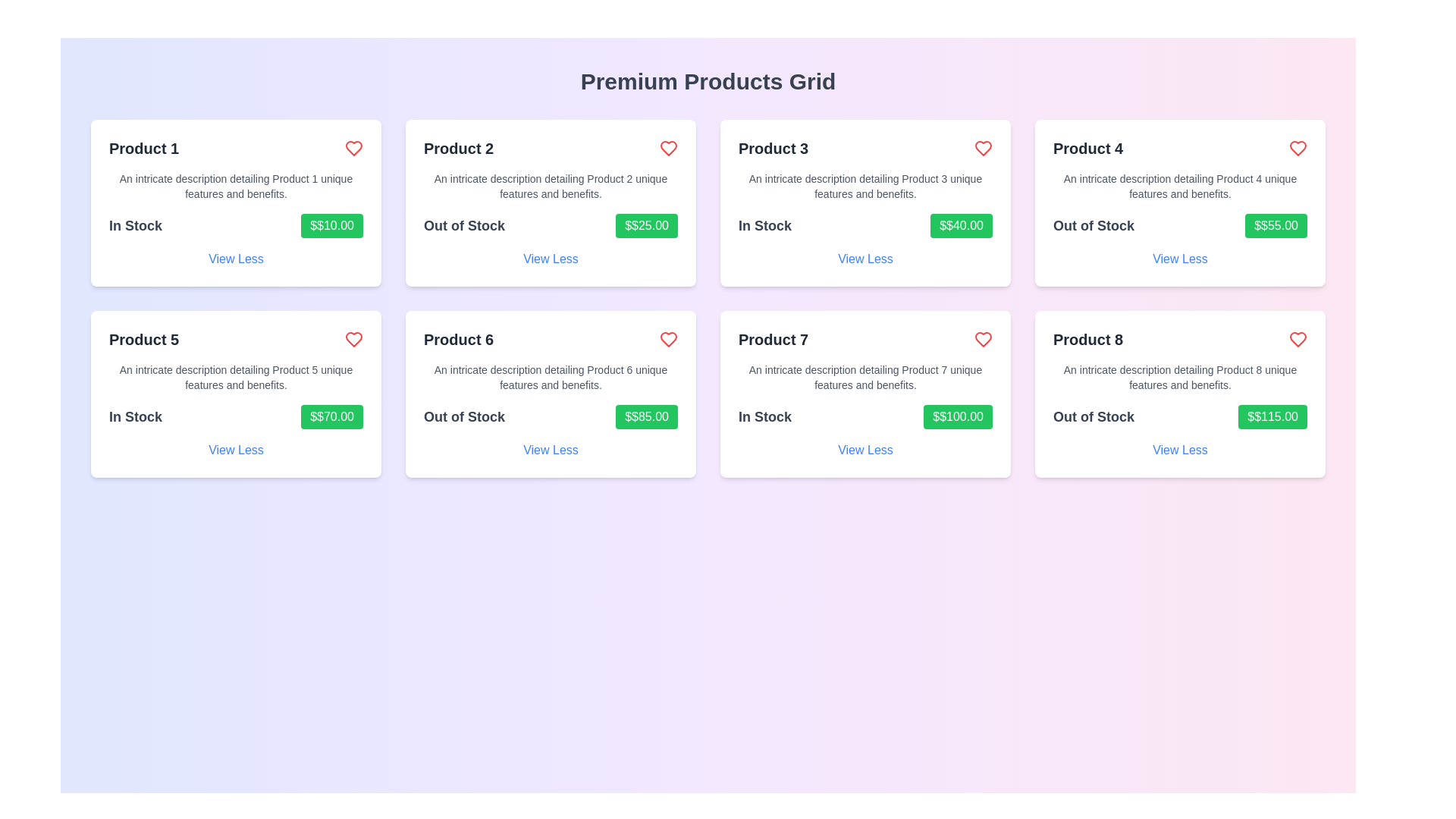  Describe the element at coordinates (1087, 149) in the screenshot. I see `the 'Product 4' text label in bold and dark gray color located in the top section of the fourth product card` at that location.